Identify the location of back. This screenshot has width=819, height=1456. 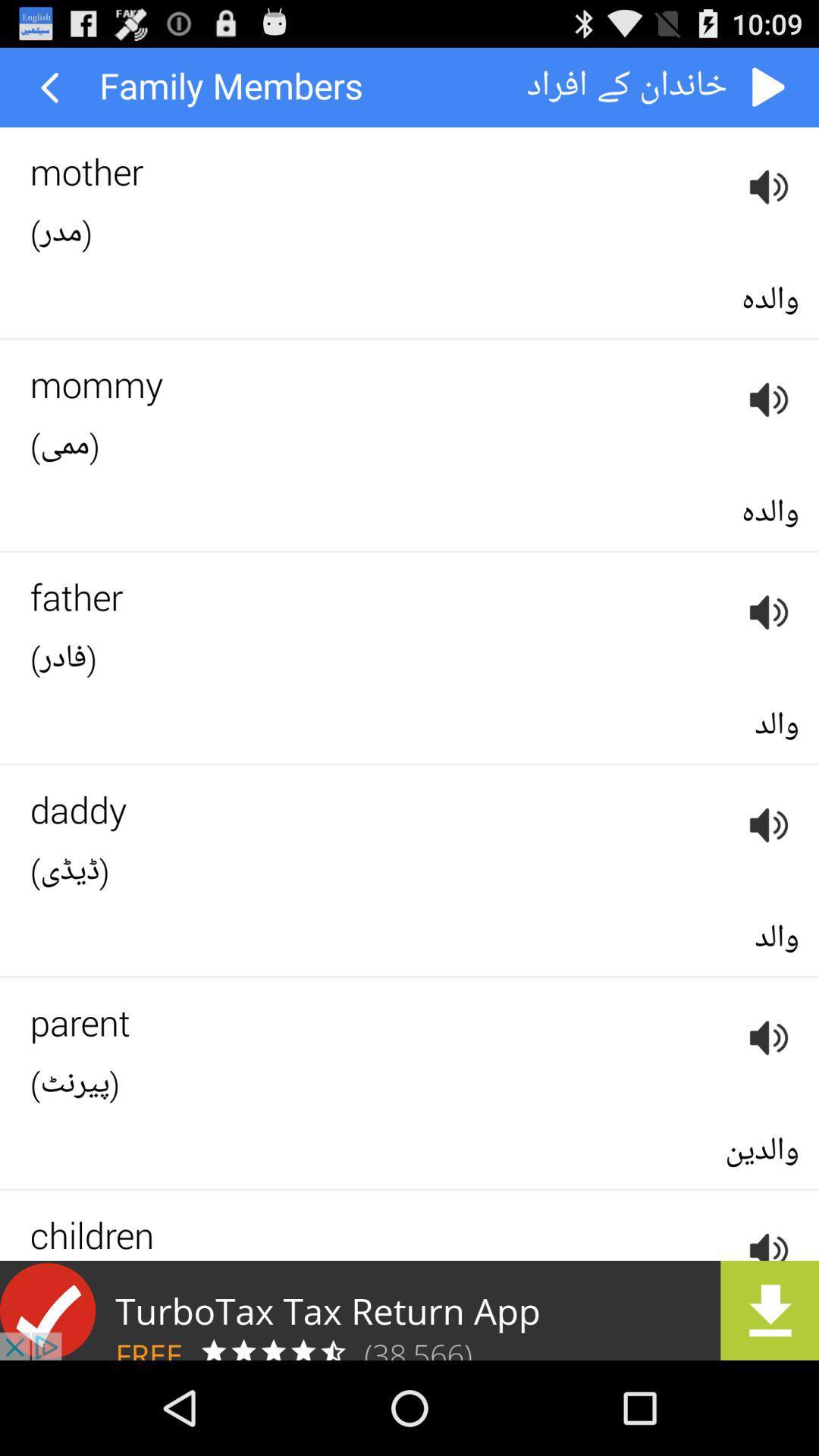
(769, 86).